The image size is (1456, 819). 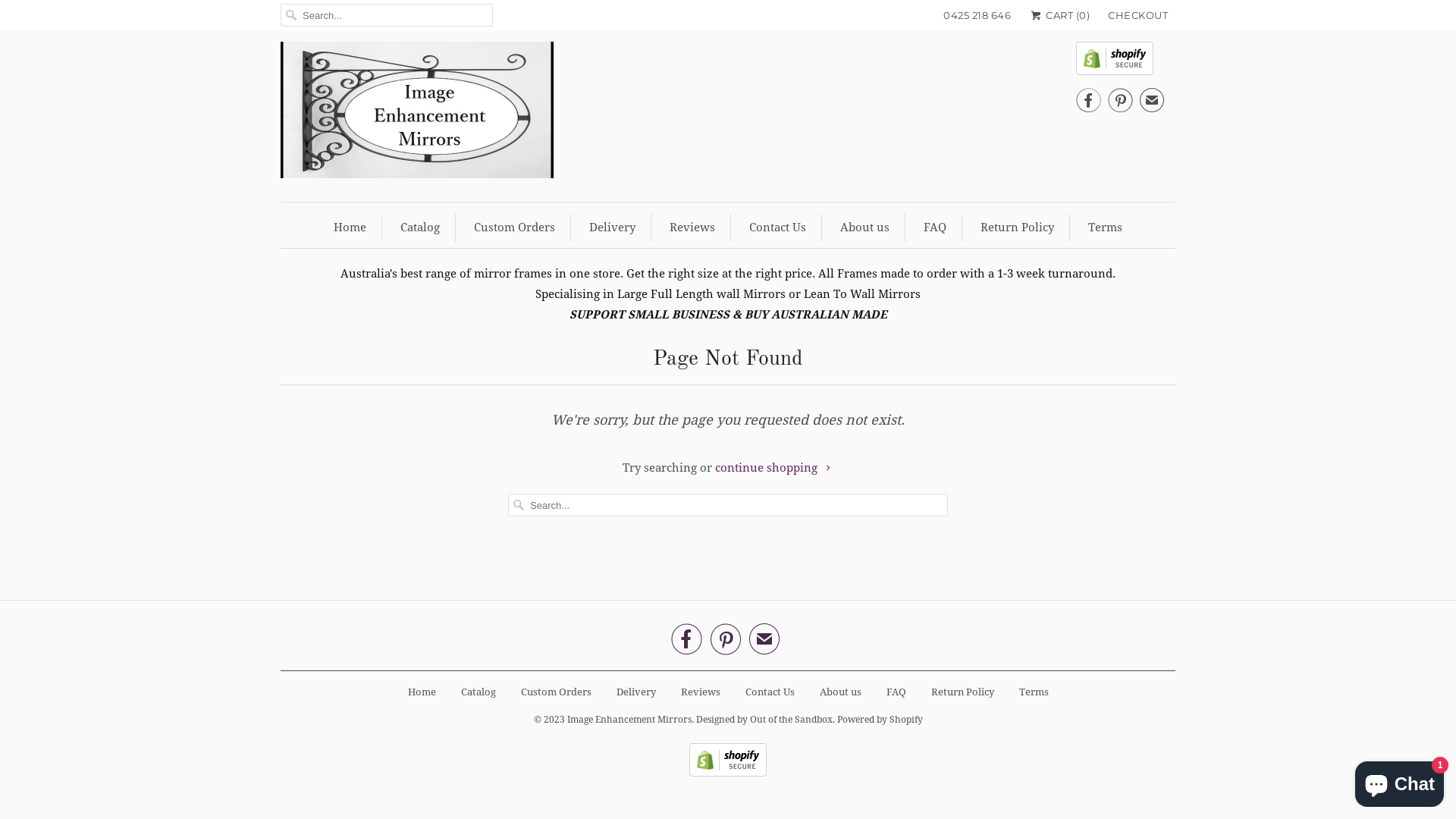 I want to click on 'Image Enhancement Mirrors', so click(x=629, y=714).